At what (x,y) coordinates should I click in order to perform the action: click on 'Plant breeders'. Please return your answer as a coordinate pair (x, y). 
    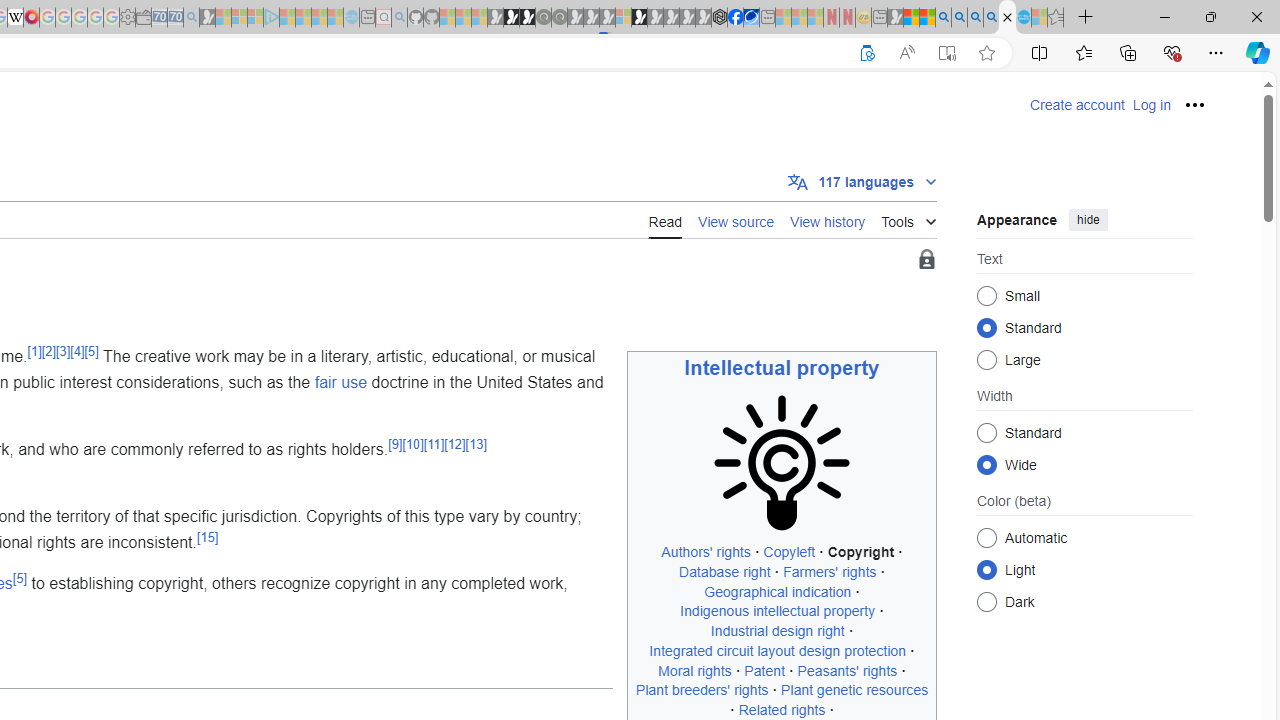
    Looking at the image, I should click on (702, 689).